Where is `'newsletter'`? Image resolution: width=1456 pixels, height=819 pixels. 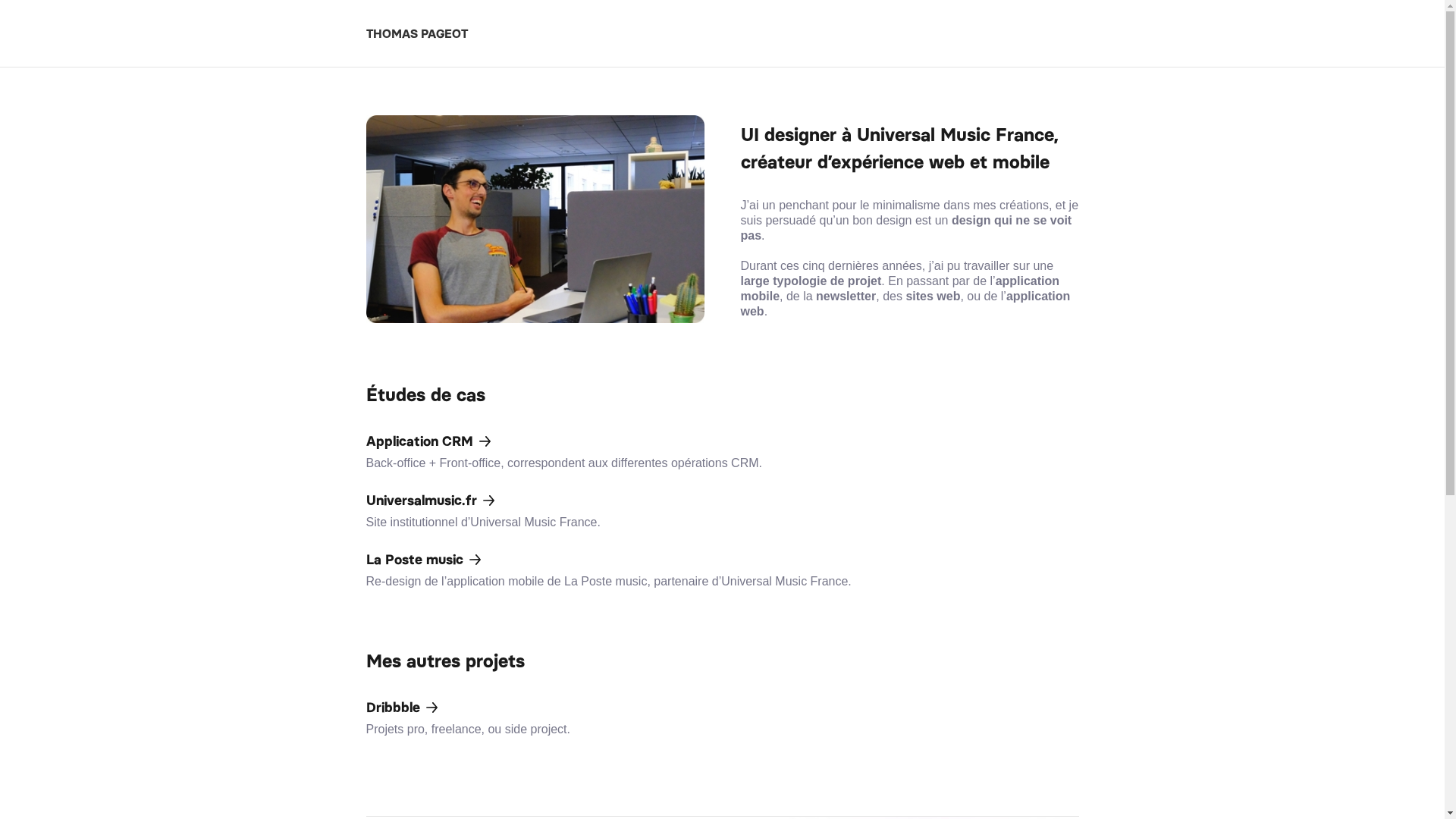 'newsletter' is located at coordinates (814, 296).